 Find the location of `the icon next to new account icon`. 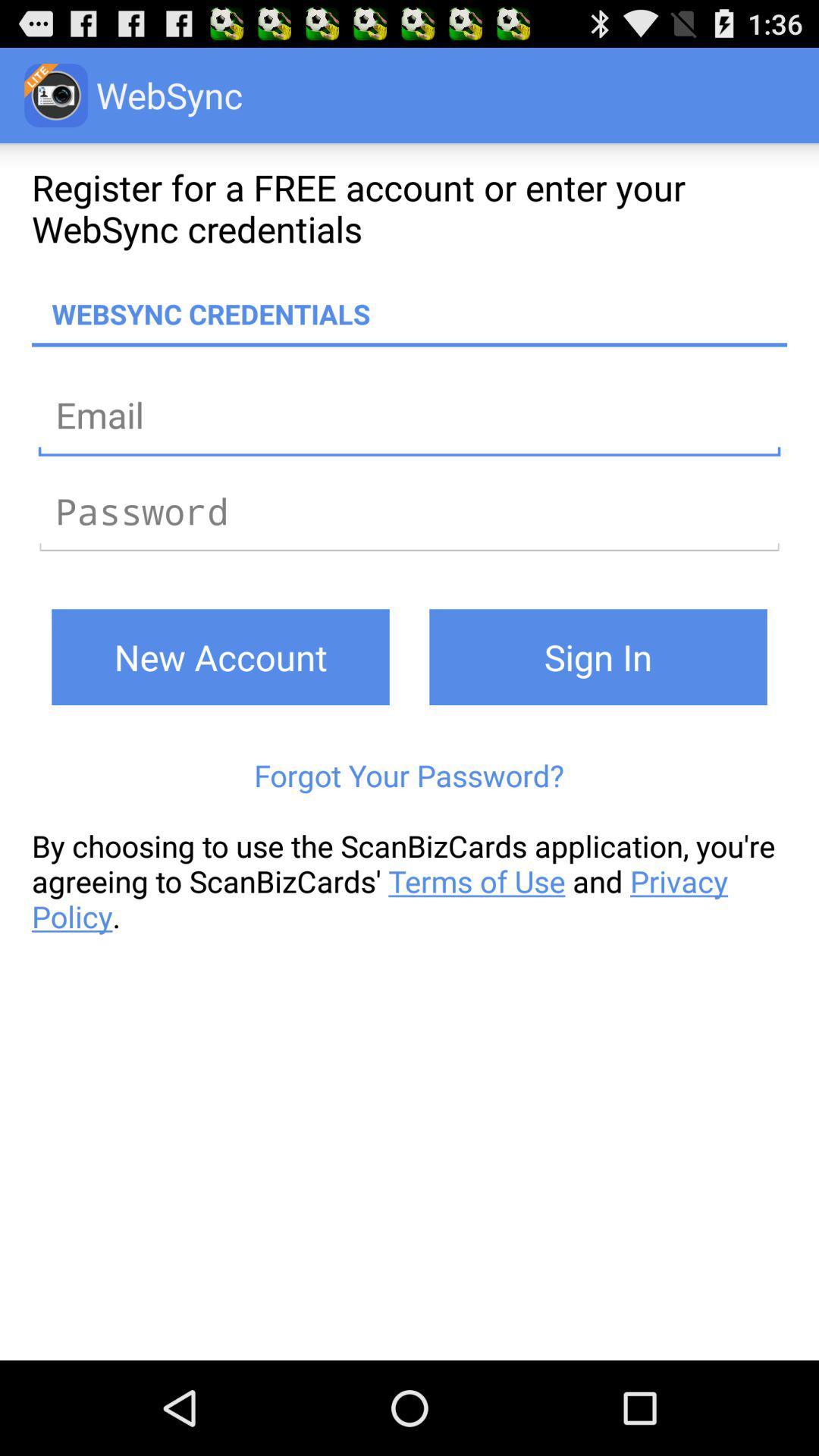

the icon next to new account icon is located at coordinates (598, 657).